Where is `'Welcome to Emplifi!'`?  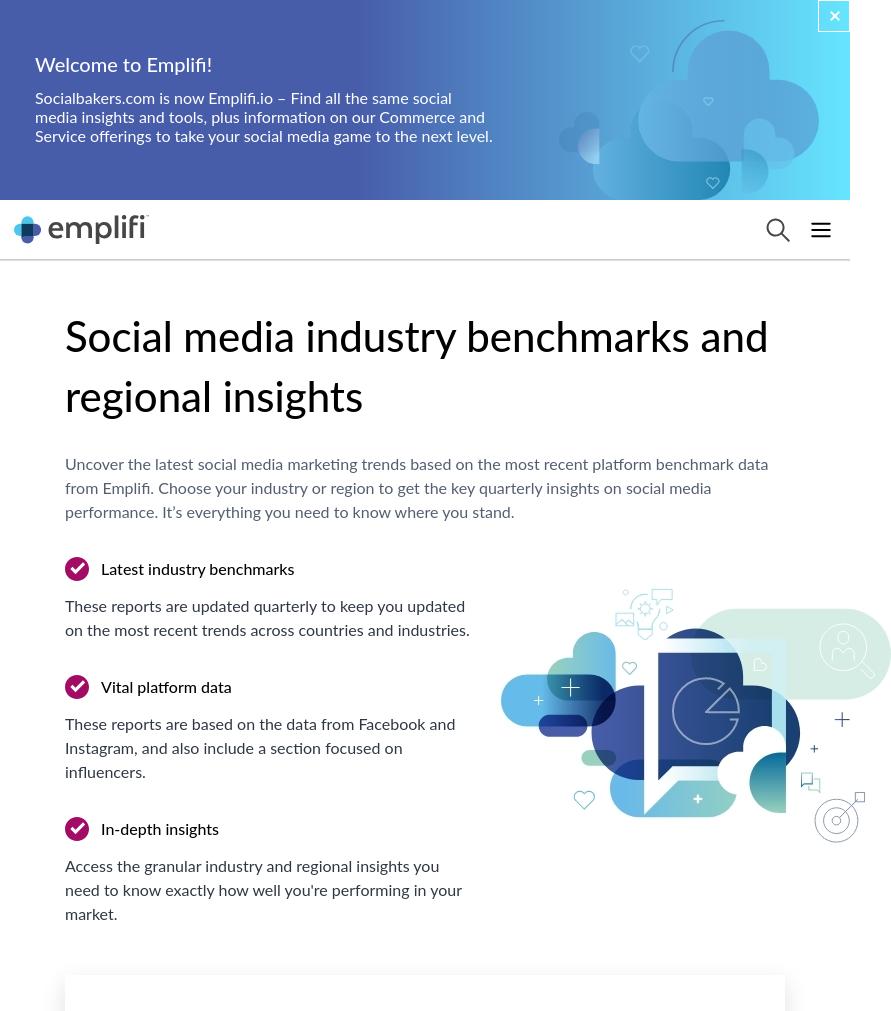
'Welcome to Emplifi!' is located at coordinates (122, 64).